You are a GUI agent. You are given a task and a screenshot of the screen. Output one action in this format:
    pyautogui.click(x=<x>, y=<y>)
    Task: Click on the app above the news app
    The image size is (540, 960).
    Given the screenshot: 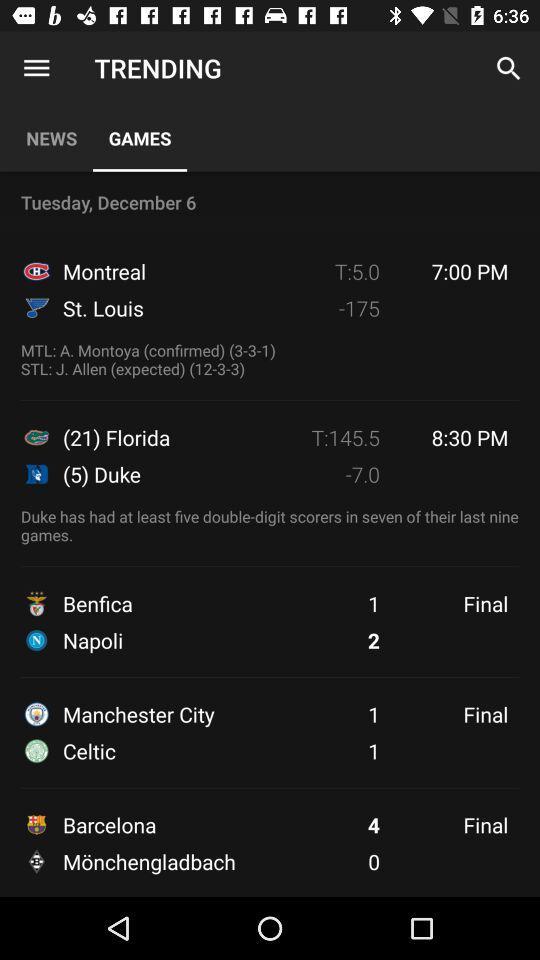 What is the action you would take?
    pyautogui.click(x=36, y=68)
    